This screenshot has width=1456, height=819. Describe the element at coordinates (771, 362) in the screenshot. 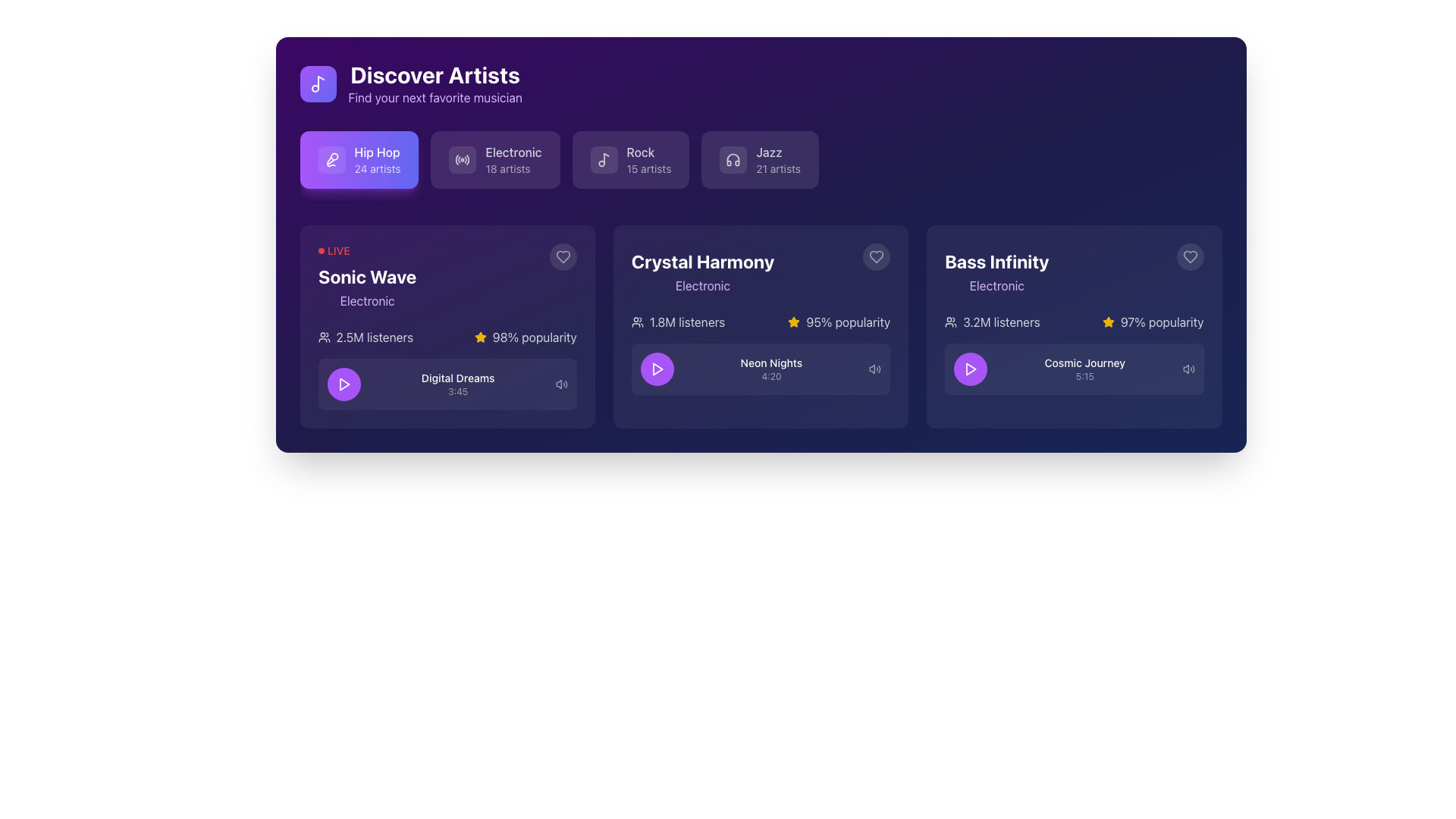

I see `the static text label that displays the title of the audio track within the 'Crystal Harmony' card, which is located below the purple play button and above the 4:20 duration text` at that location.